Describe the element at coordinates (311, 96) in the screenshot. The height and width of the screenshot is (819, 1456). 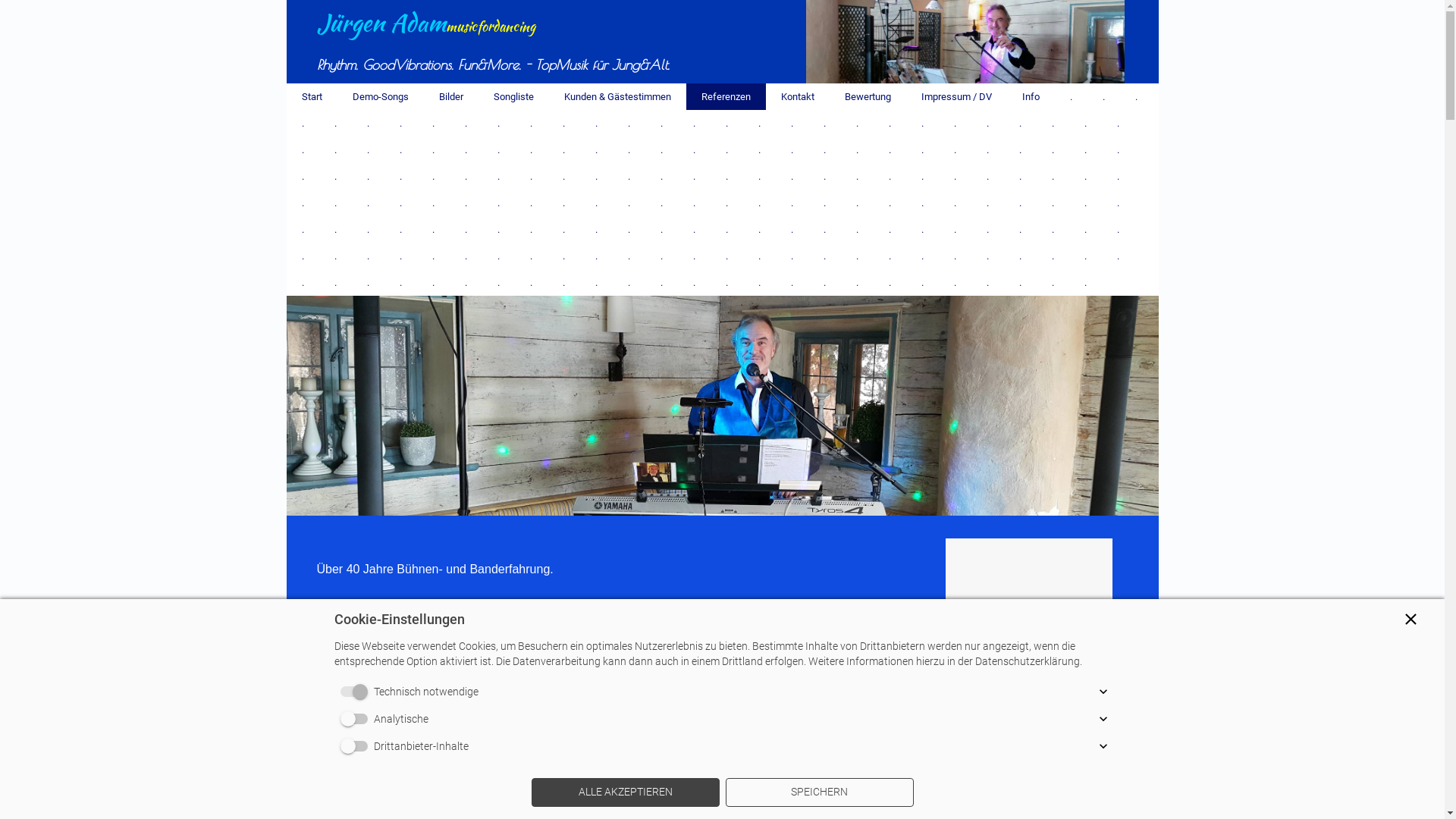
I see `'Start'` at that location.